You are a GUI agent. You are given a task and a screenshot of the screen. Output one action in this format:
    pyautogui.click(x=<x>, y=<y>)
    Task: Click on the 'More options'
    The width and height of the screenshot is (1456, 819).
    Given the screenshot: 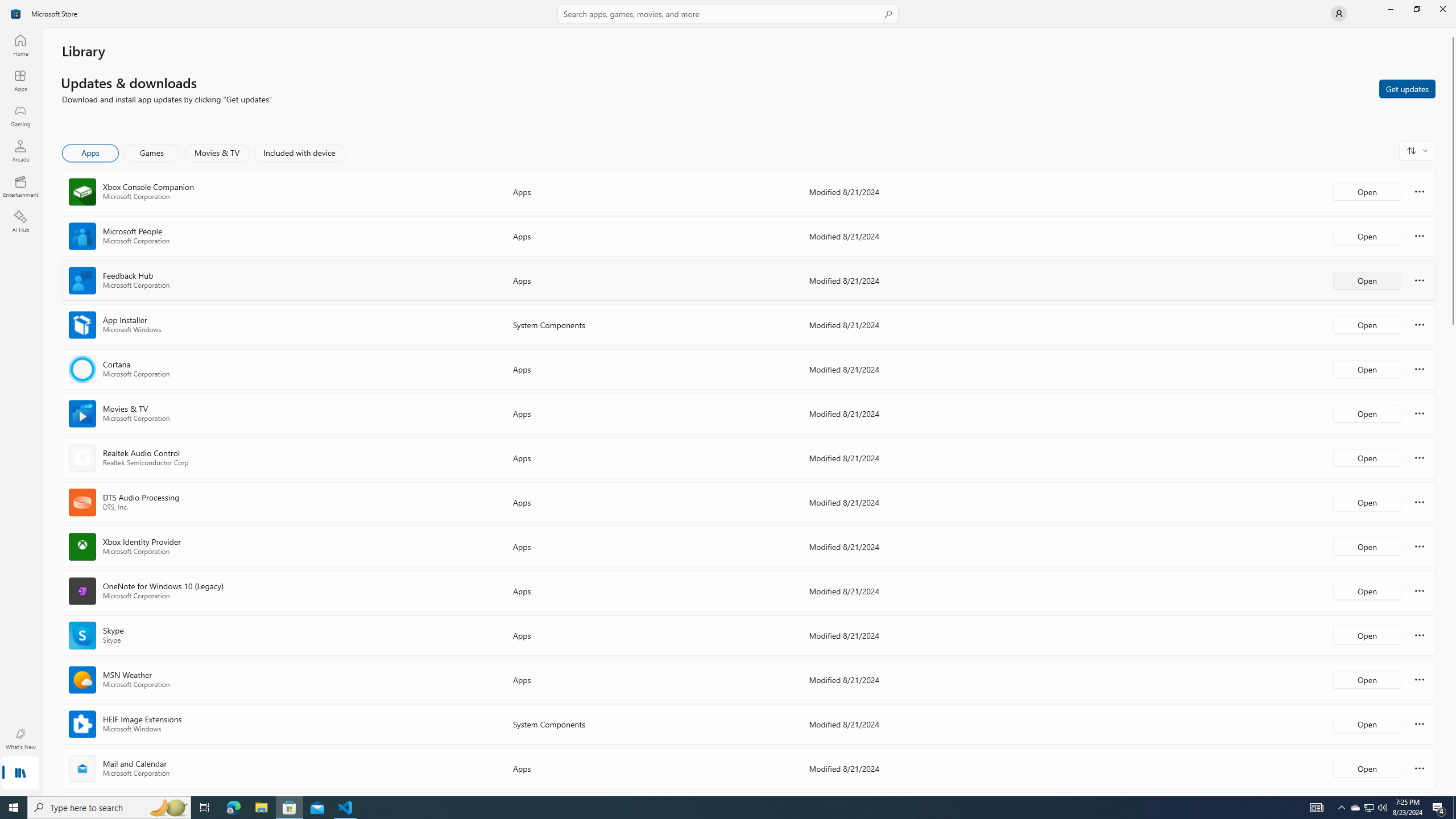 What is the action you would take?
    pyautogui.click(x=1419, y=767)
    